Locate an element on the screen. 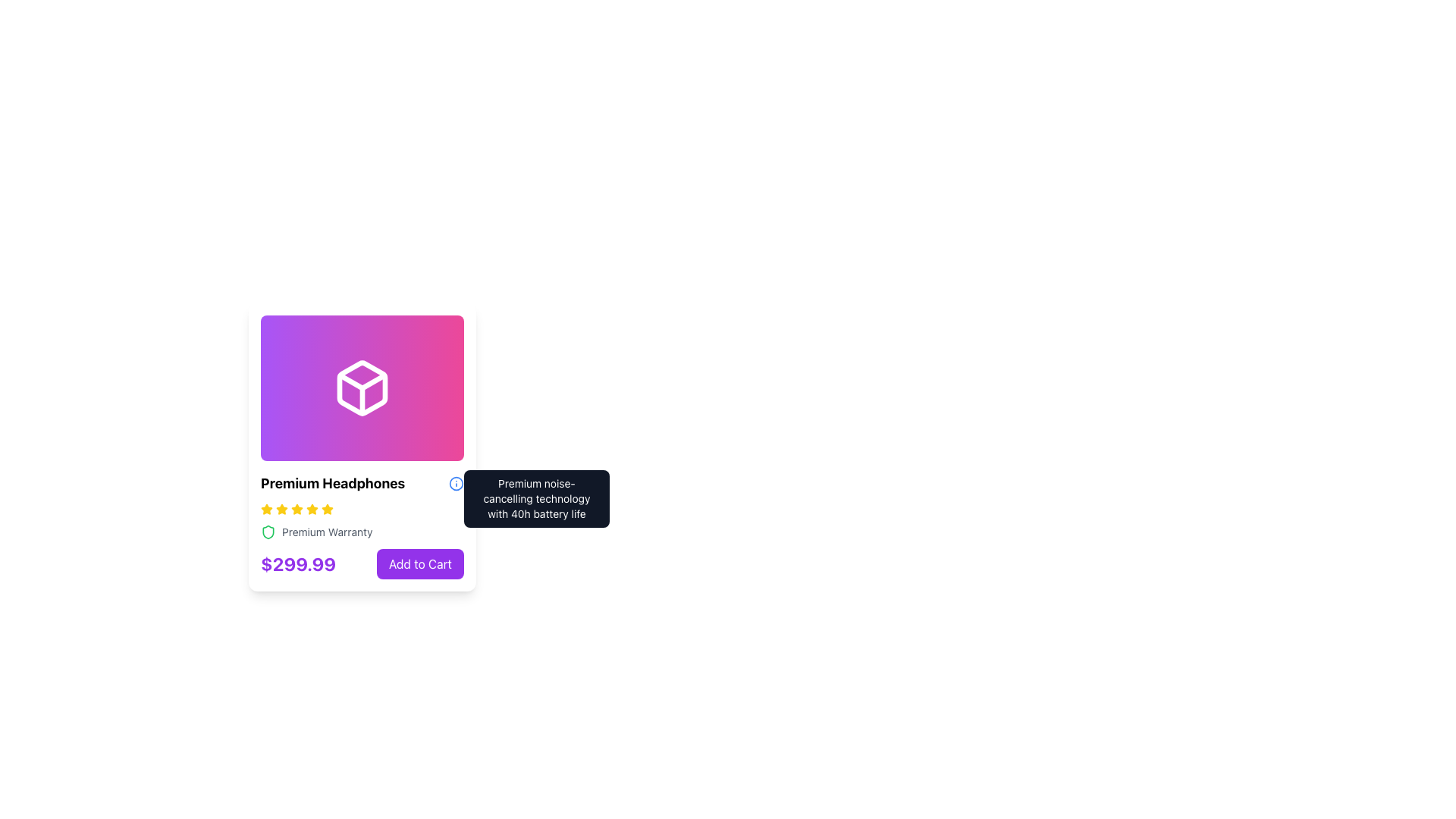 The height and width of the screenshot is (819, 1456). the seventh star in the rating system, which is part of a visual rating for a product or service is located at coordinates (312, 509).